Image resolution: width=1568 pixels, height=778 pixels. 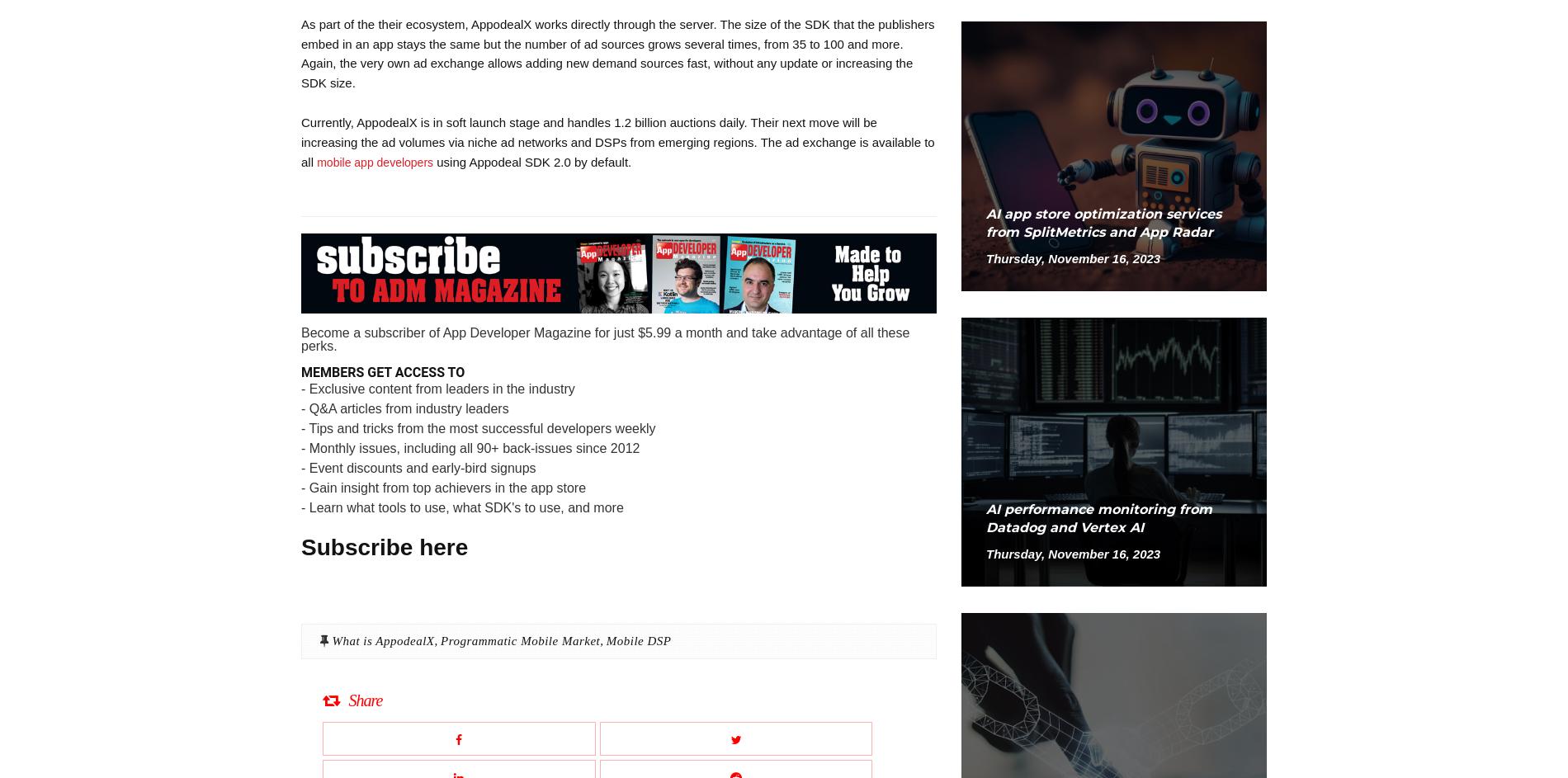 What do you see at coordinates (461, 506) in the screenshot?
I see `'- Learn what tools to use, what SDK's to use, and more'` at bounding box center [461, 506].